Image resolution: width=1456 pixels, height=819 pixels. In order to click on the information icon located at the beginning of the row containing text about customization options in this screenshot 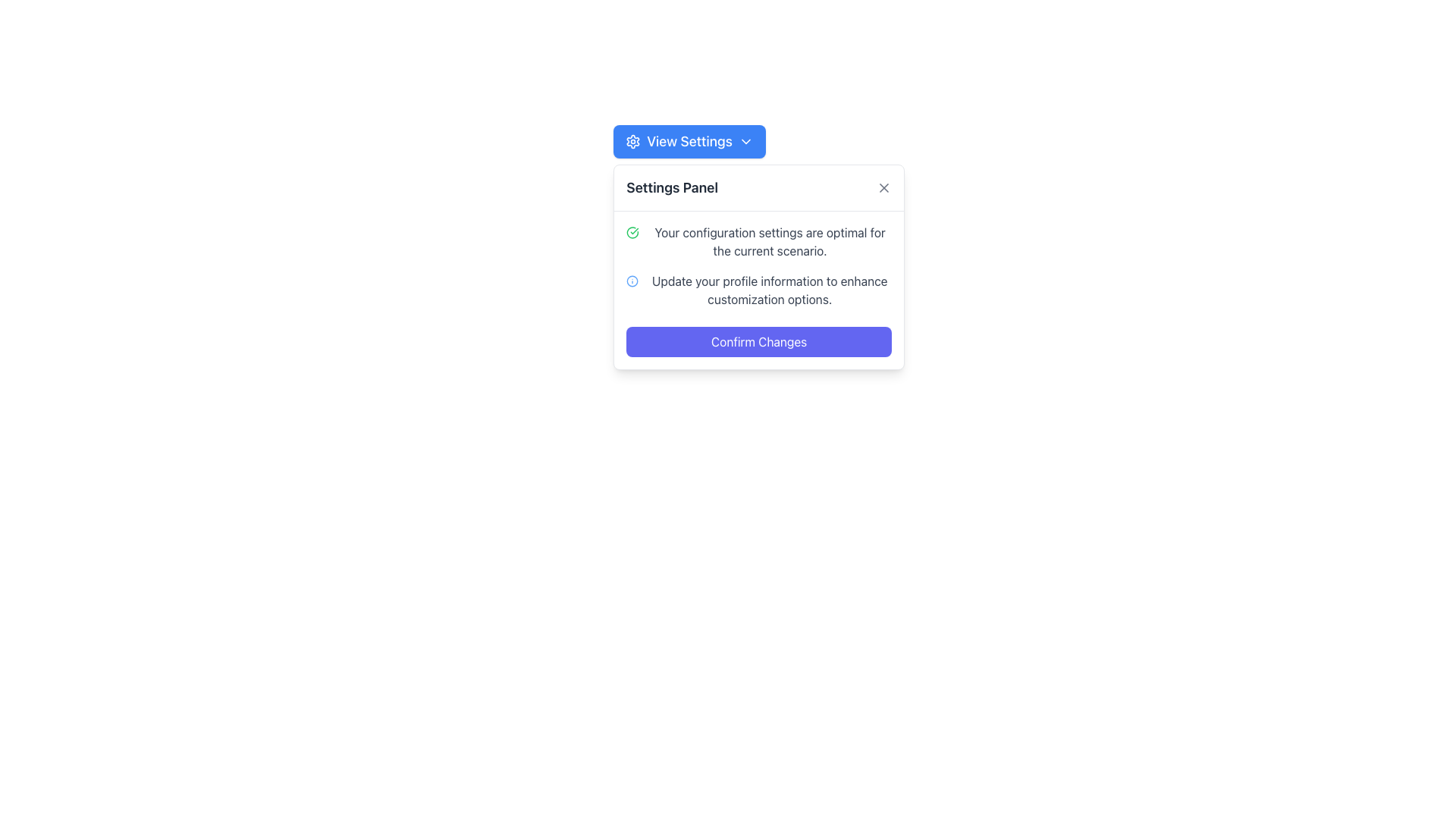, I will do `click(632, 281)`.